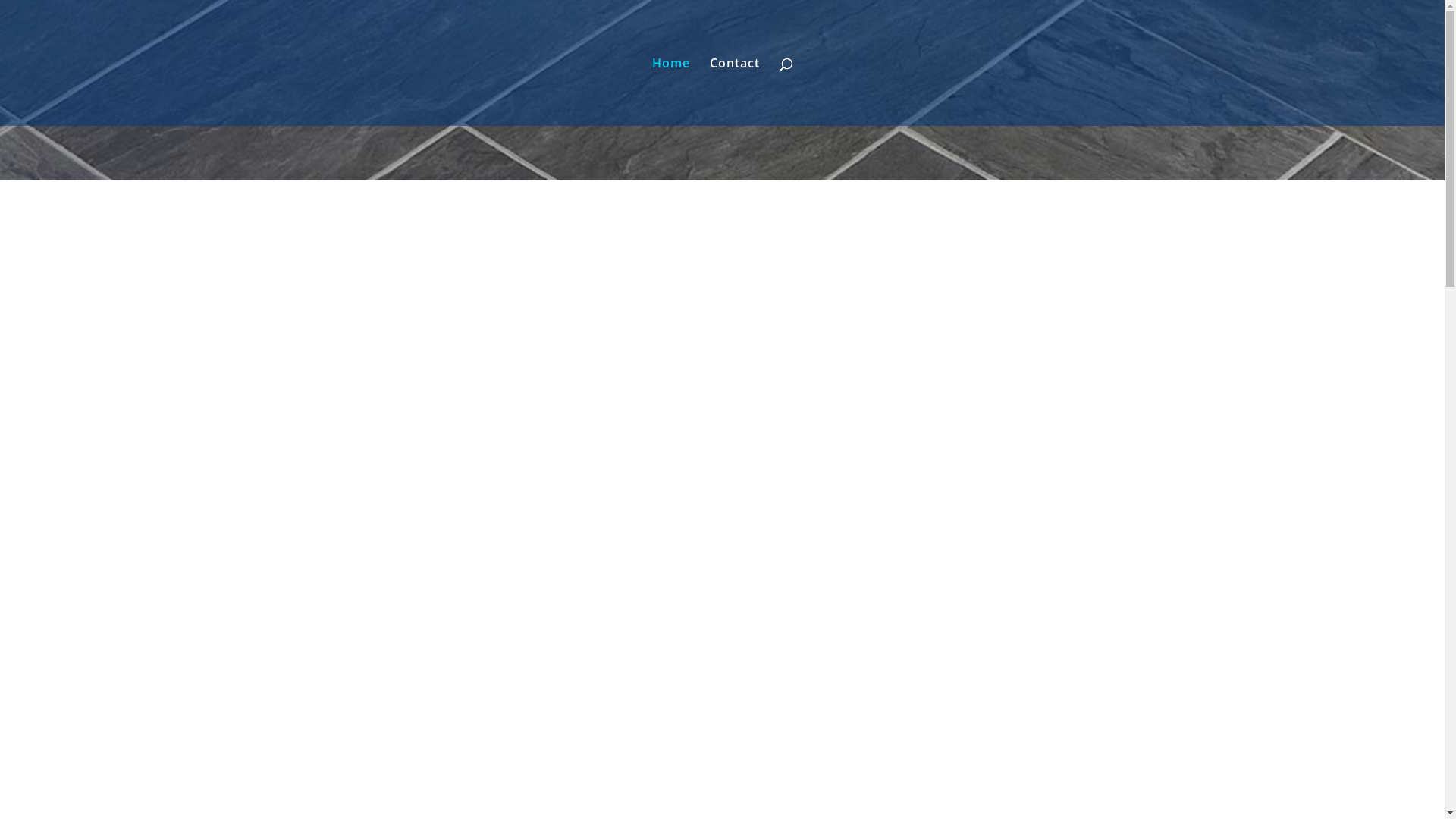 This screenshot has width=1456, height=819. What do you see at coordinates (735, 91) in the screenshot?
I see `'Contact'` at bounding box center [735, 91].